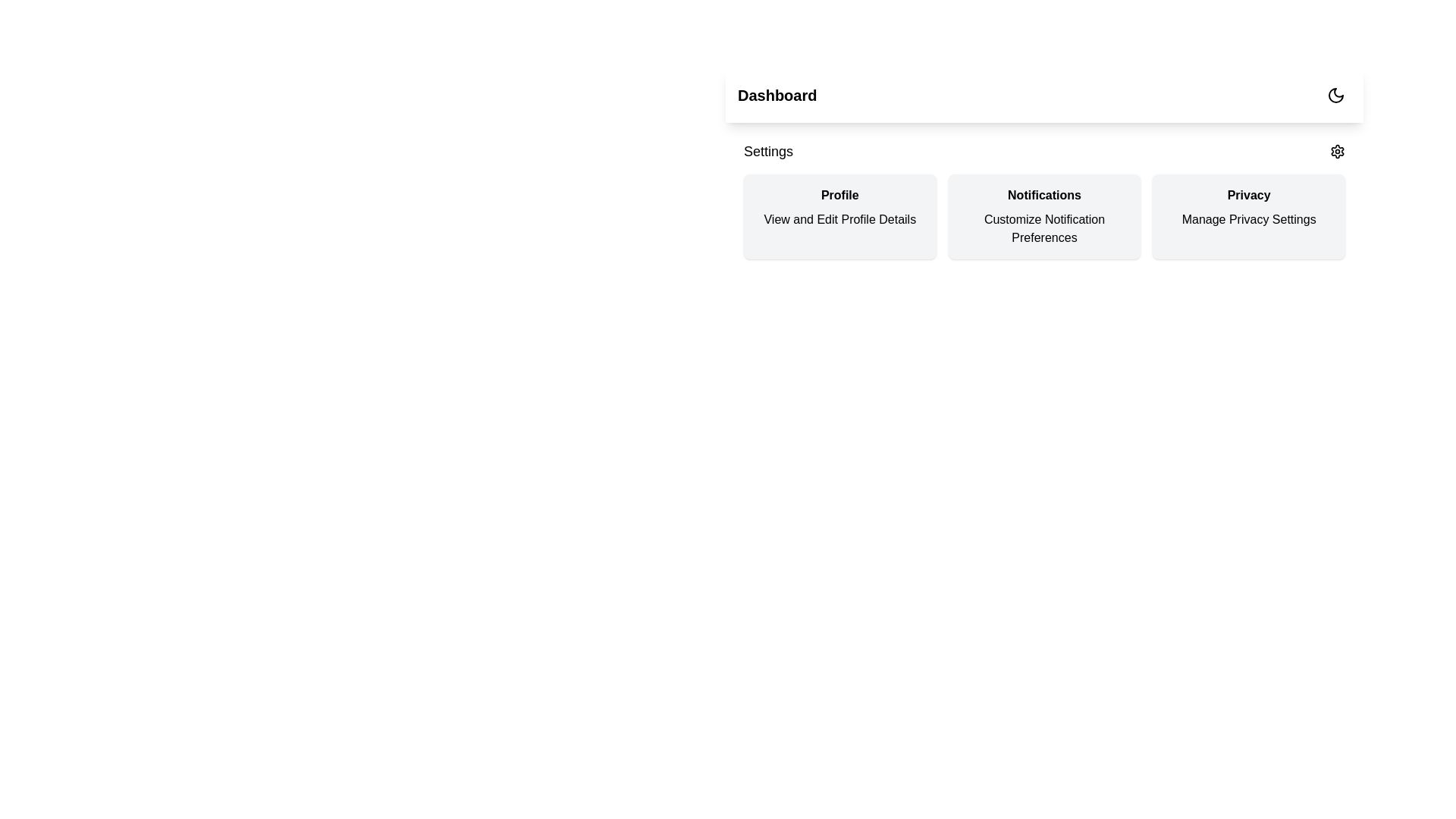  Describe the element at coordinates (1043, 195) in the screenshot. I see `the 'Notifications' text label element, which is styled in bold black font on a light gray background and is positioned at the top of the box containing 'Customize Notification Preferences.'` at that location.